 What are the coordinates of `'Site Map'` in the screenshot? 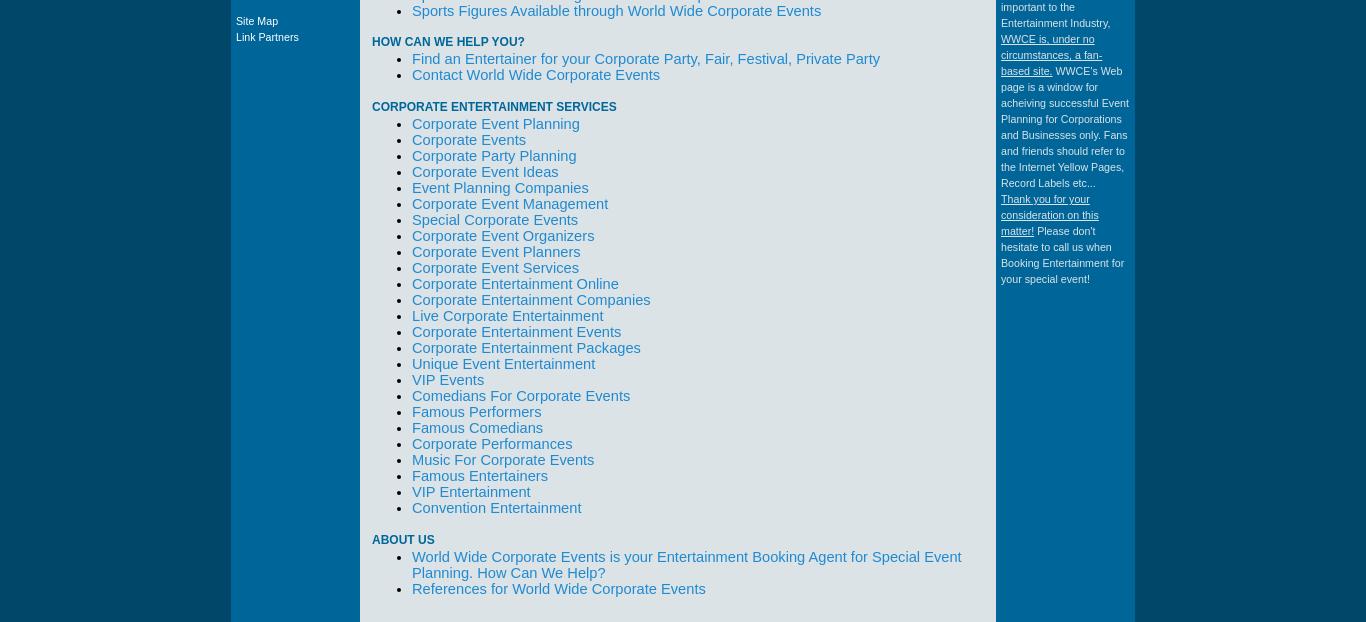 It's located at (256, 19).